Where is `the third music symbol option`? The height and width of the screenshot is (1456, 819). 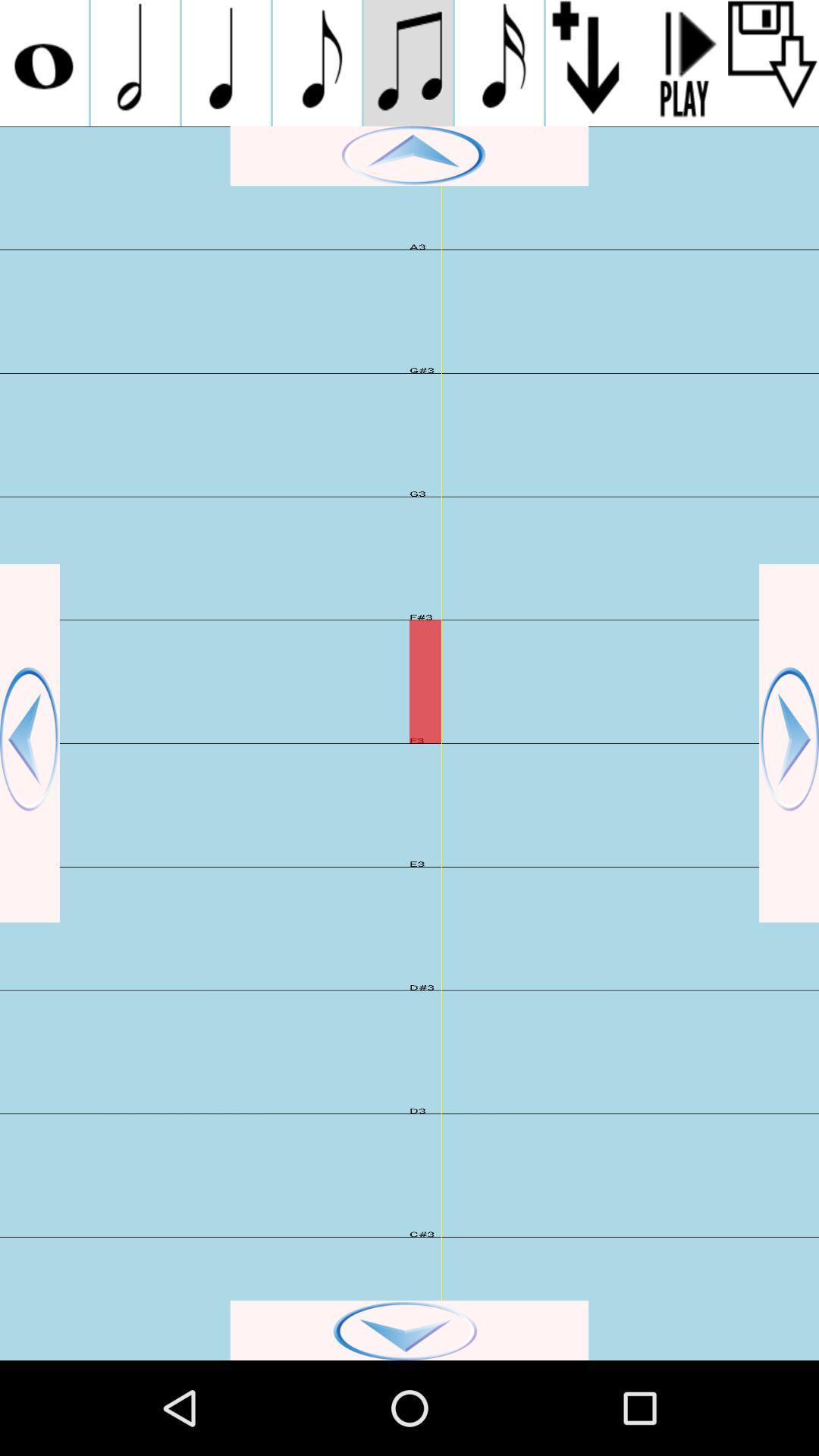 the third music symbol option is located at coordinates (226, 62).